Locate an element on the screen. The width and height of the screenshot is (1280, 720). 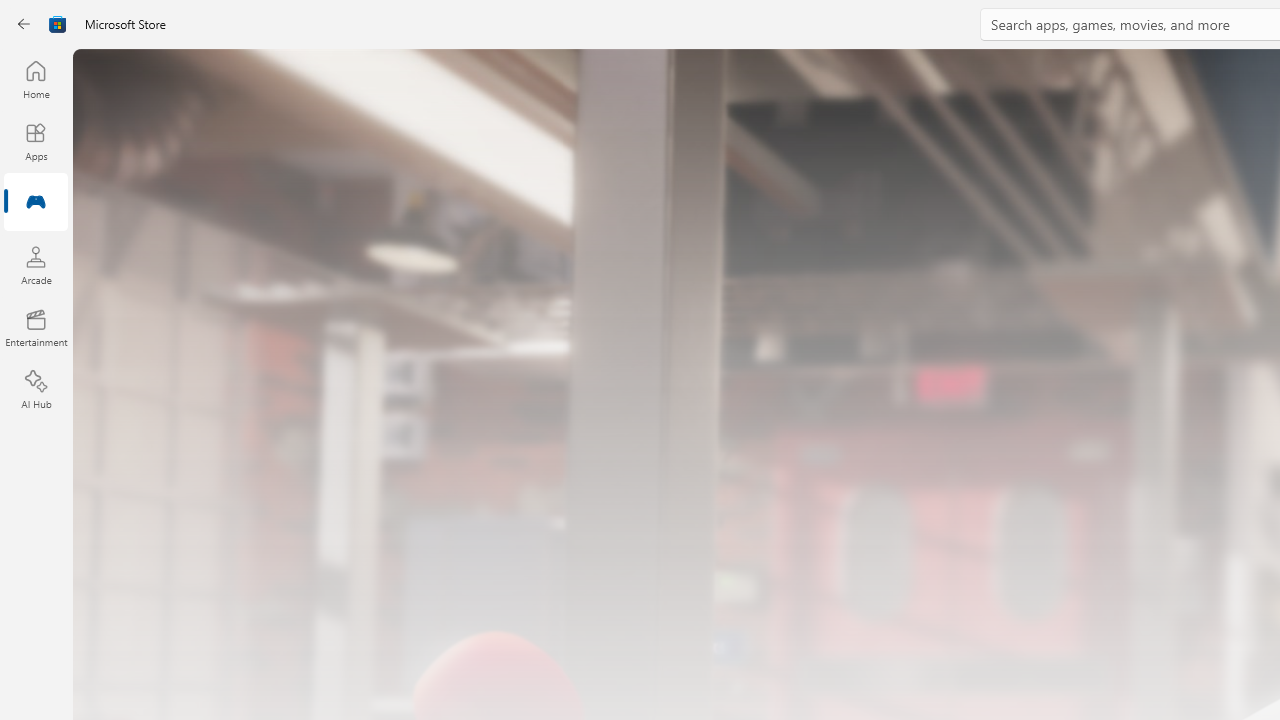
'Home' is located at coordinates (35, 78).